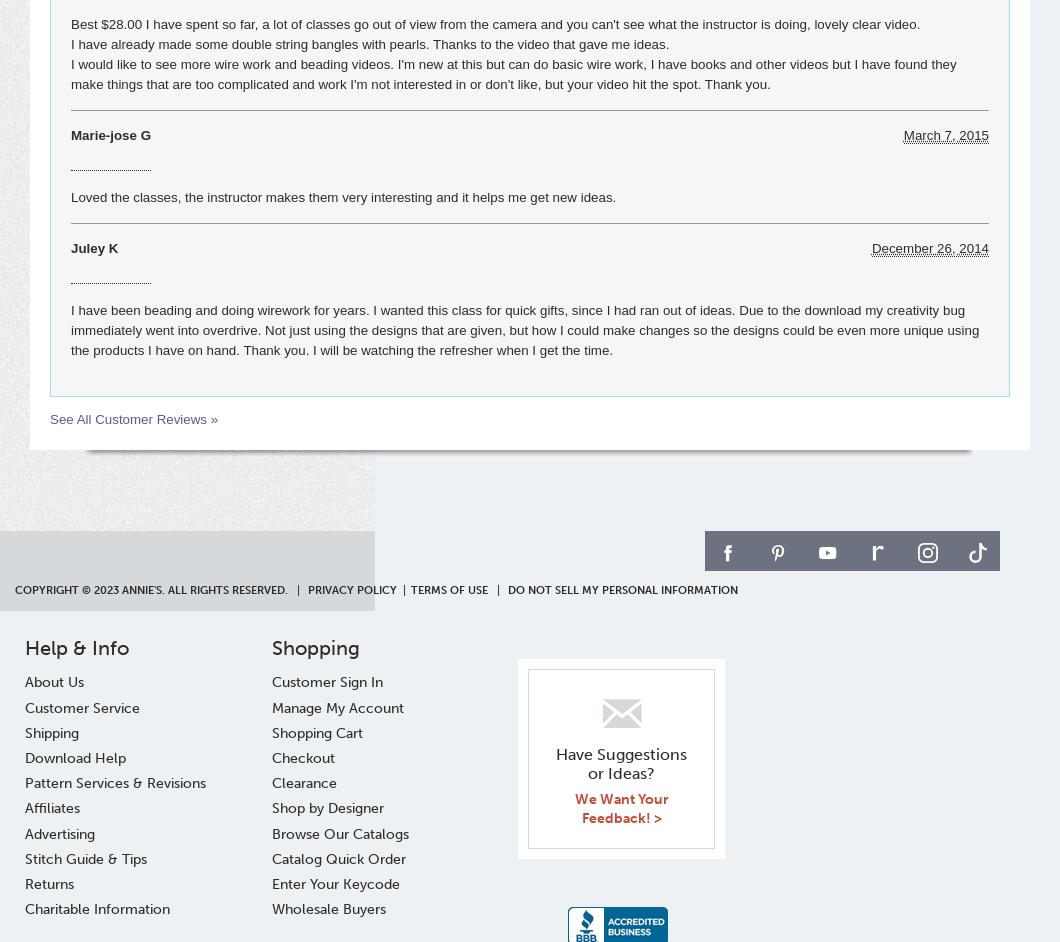 The width and height of the screenshot is (1060, 942). What do you see at coordinates (71, 44) in the screenshot?
I see `'I have already made some double string bangles with pearls. Thanks to the video that gave me ideas.'` at bounding box center [71, 44].